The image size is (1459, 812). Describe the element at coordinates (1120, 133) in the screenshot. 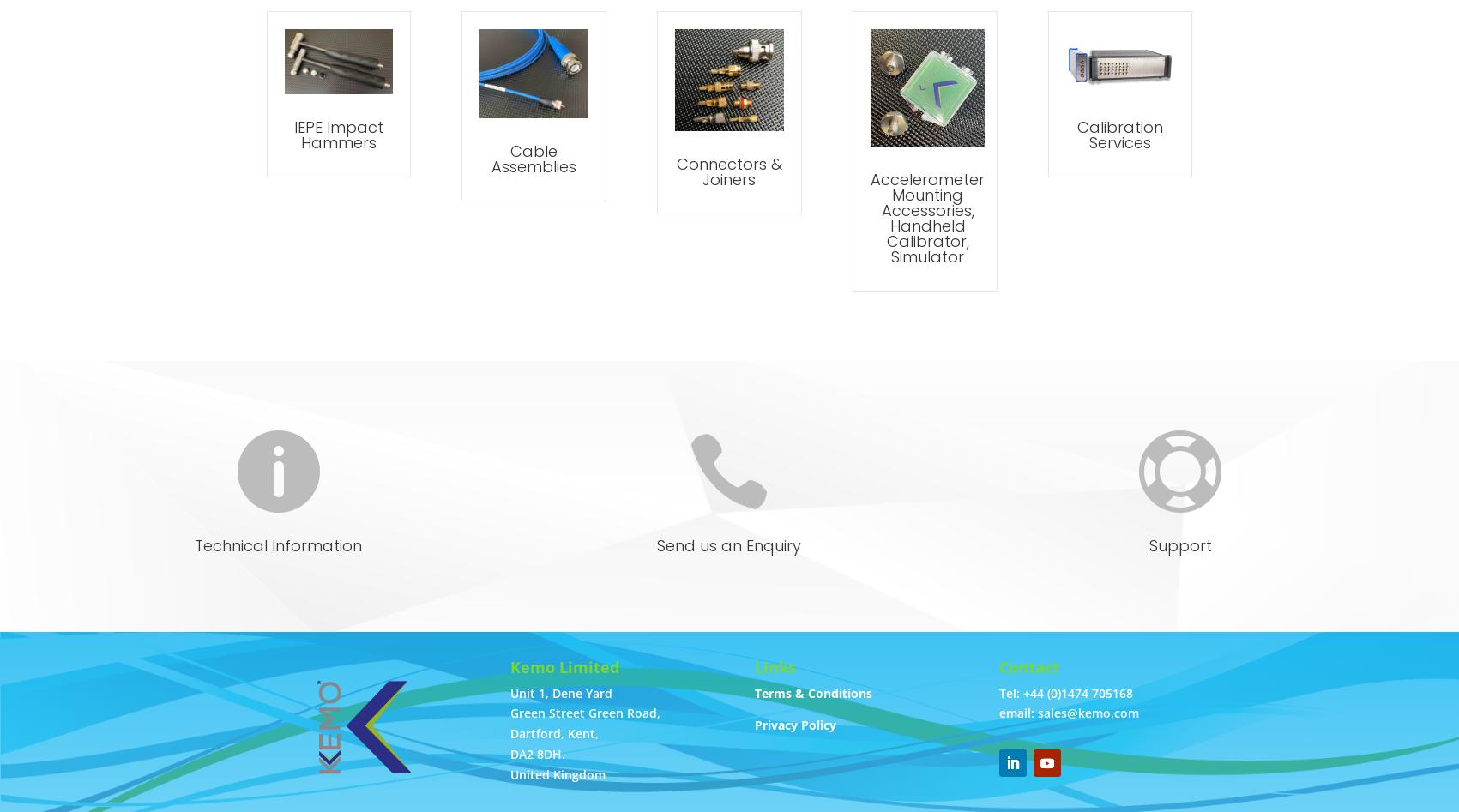

I see `'Calibration Services'` at that location.